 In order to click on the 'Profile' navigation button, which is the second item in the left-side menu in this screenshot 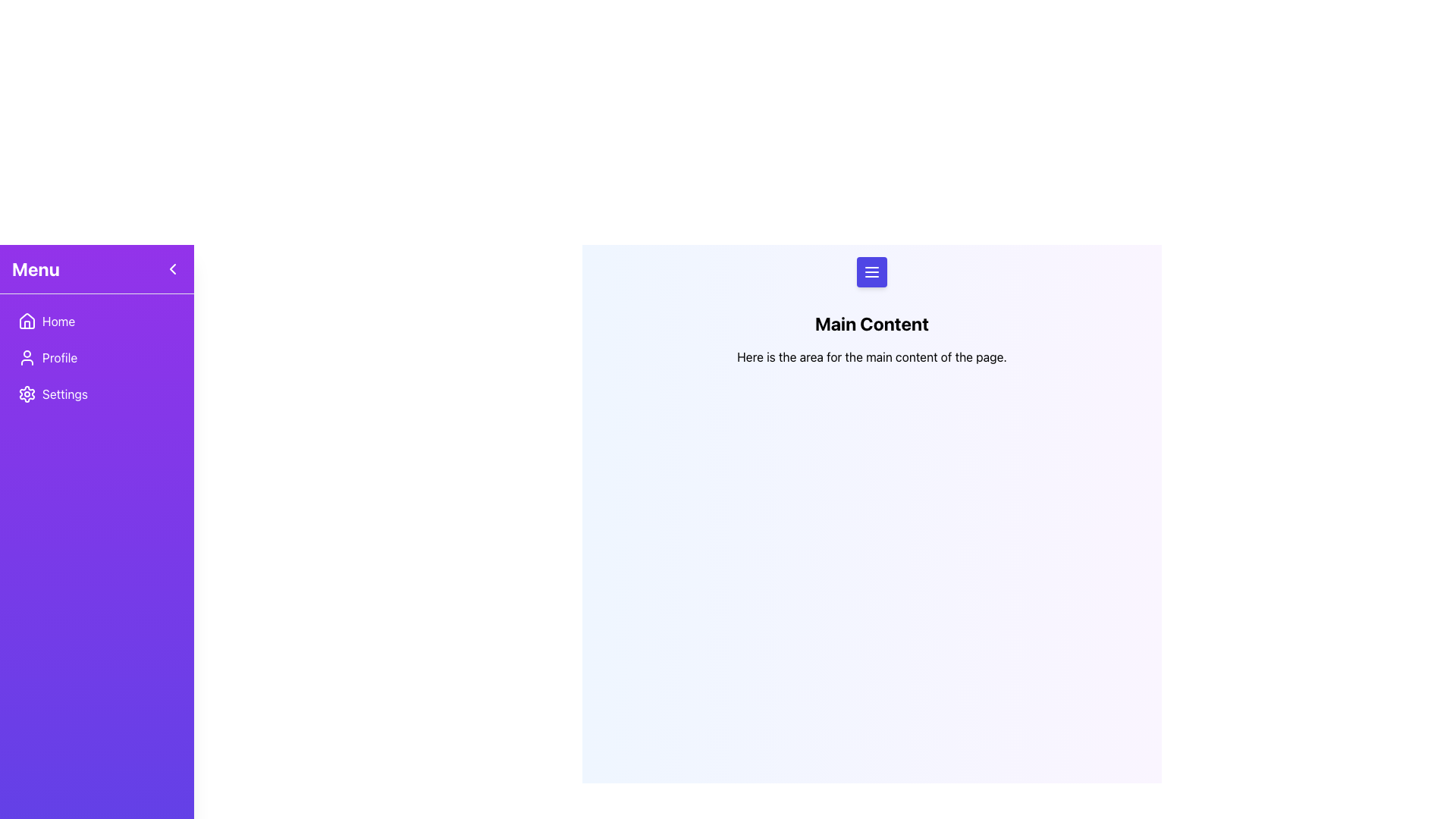, I will do `click(96, 357)`.